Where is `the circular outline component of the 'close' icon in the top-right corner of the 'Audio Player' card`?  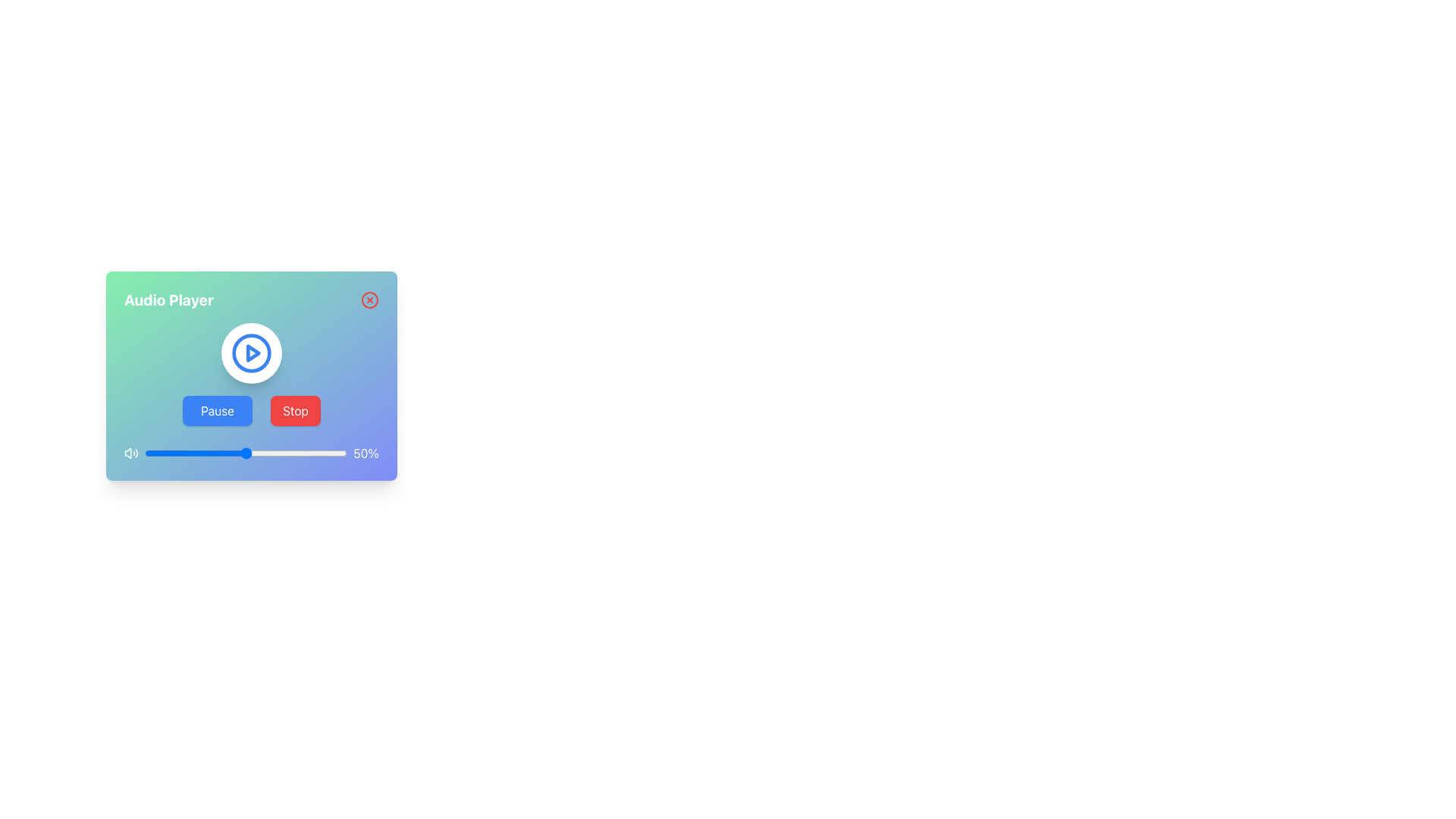
the circular outline component of the 'close' icon in the top-right corner of the 'Audio Player' card is located at coordinates (370, 300).